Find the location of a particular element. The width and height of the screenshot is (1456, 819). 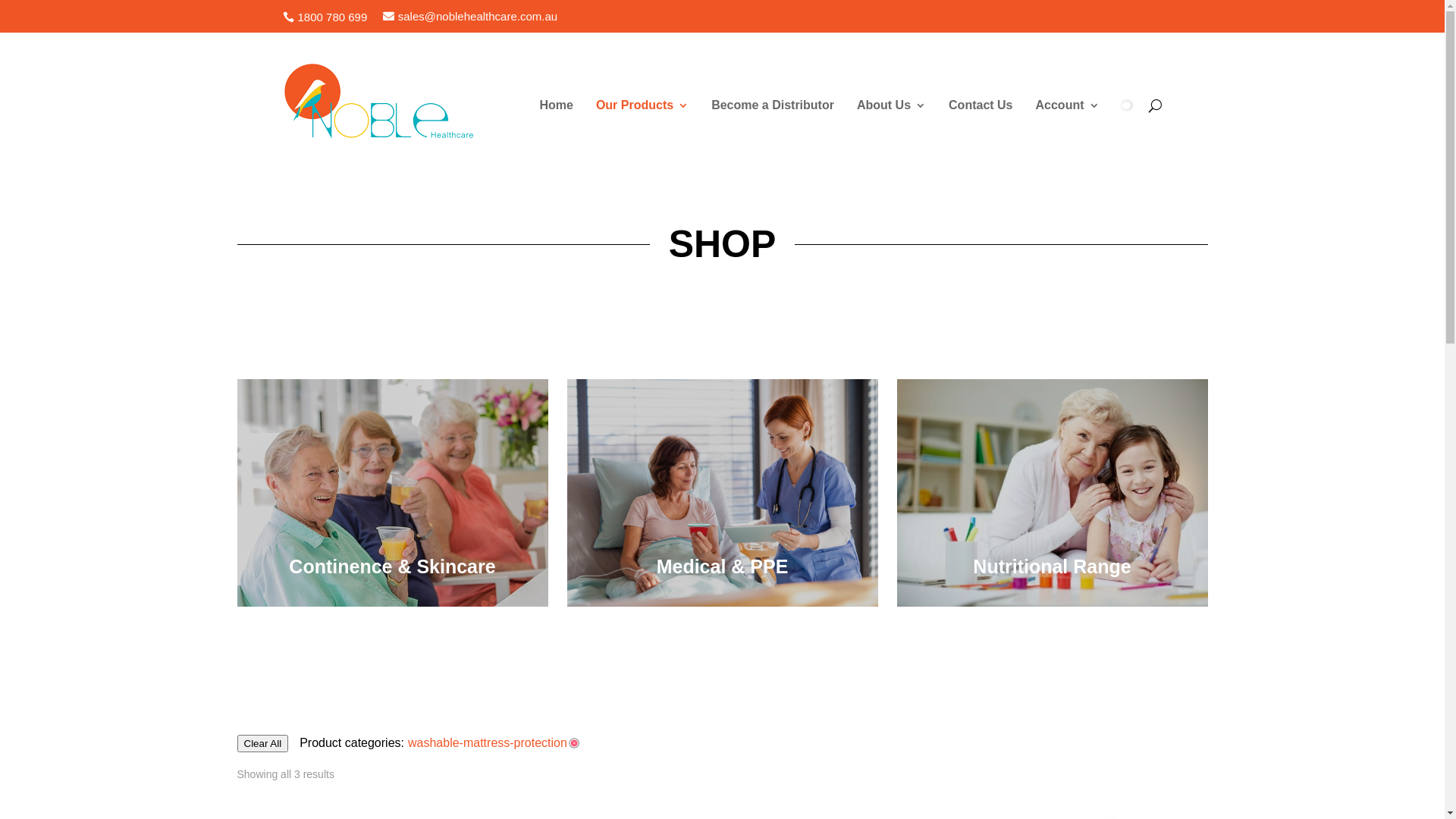

'Home' is located at coordinates (555, 104).